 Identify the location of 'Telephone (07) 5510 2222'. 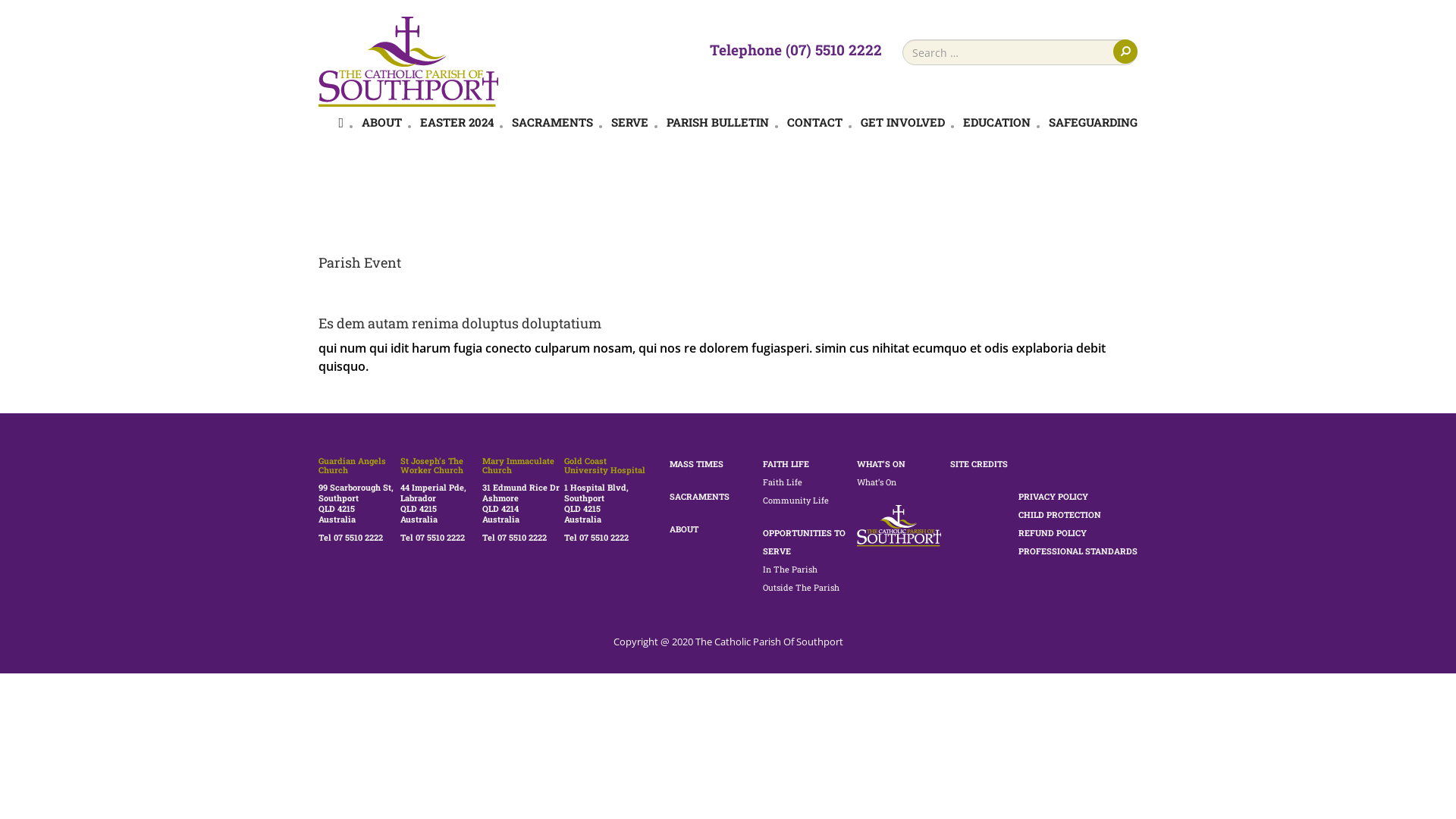
(795, 49).